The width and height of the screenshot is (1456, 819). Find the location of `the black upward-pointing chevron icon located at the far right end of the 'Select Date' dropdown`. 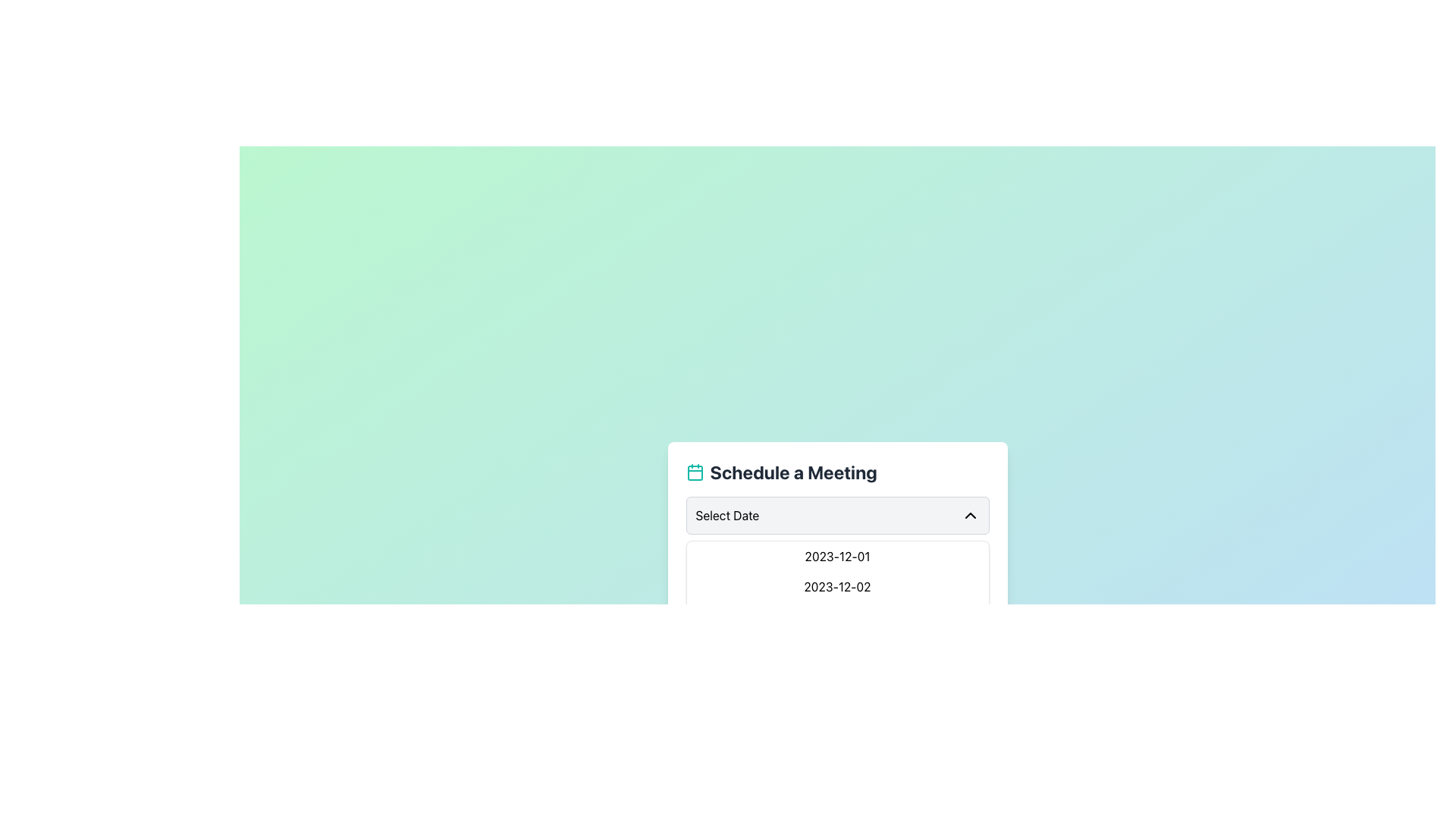

the black upward-pointing chevron icon located at the far right end of the 'Select Date' dropdown is located at coordinates (969, 514).